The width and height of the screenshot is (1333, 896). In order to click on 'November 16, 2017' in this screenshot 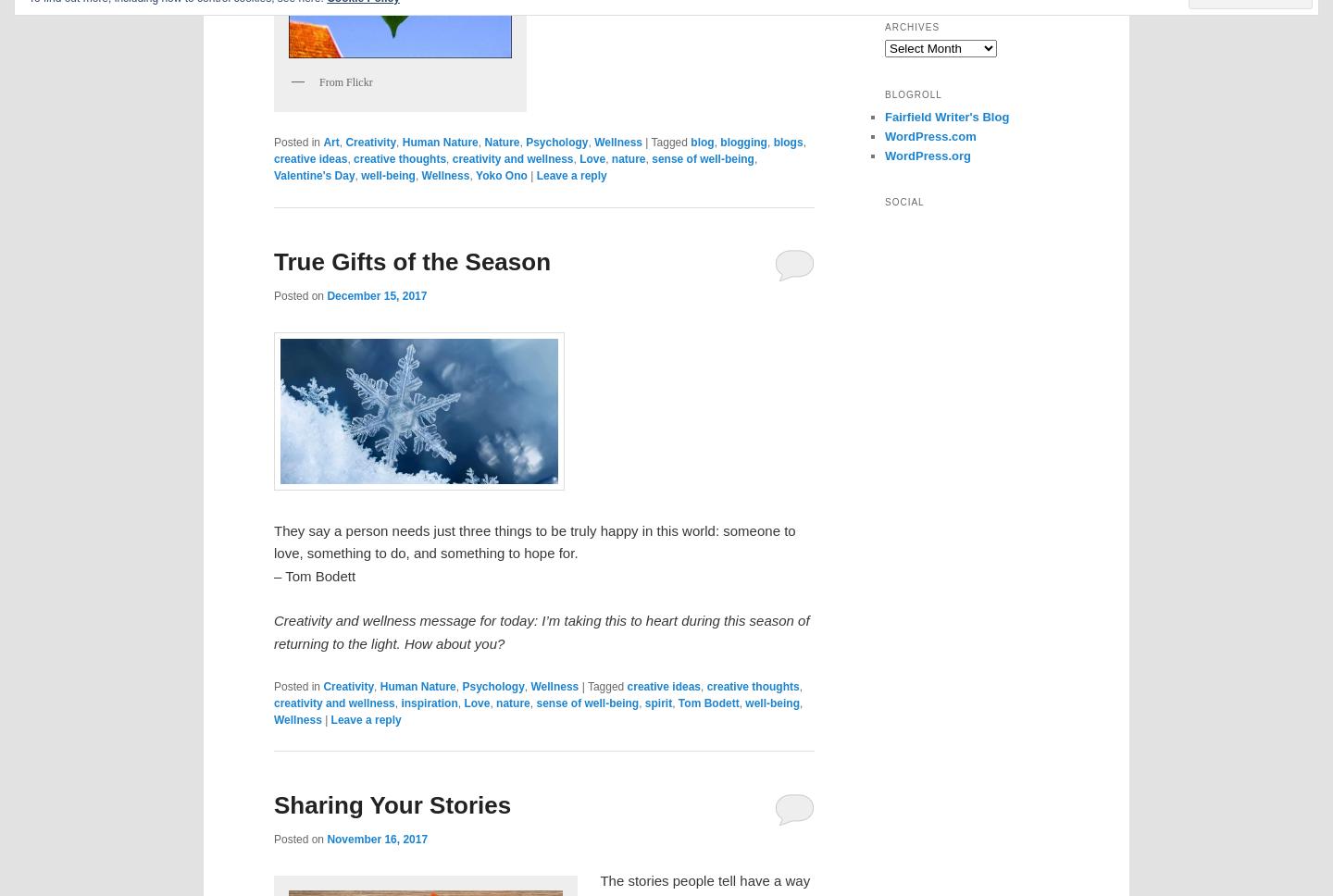, I will do `click(376, 840)`.